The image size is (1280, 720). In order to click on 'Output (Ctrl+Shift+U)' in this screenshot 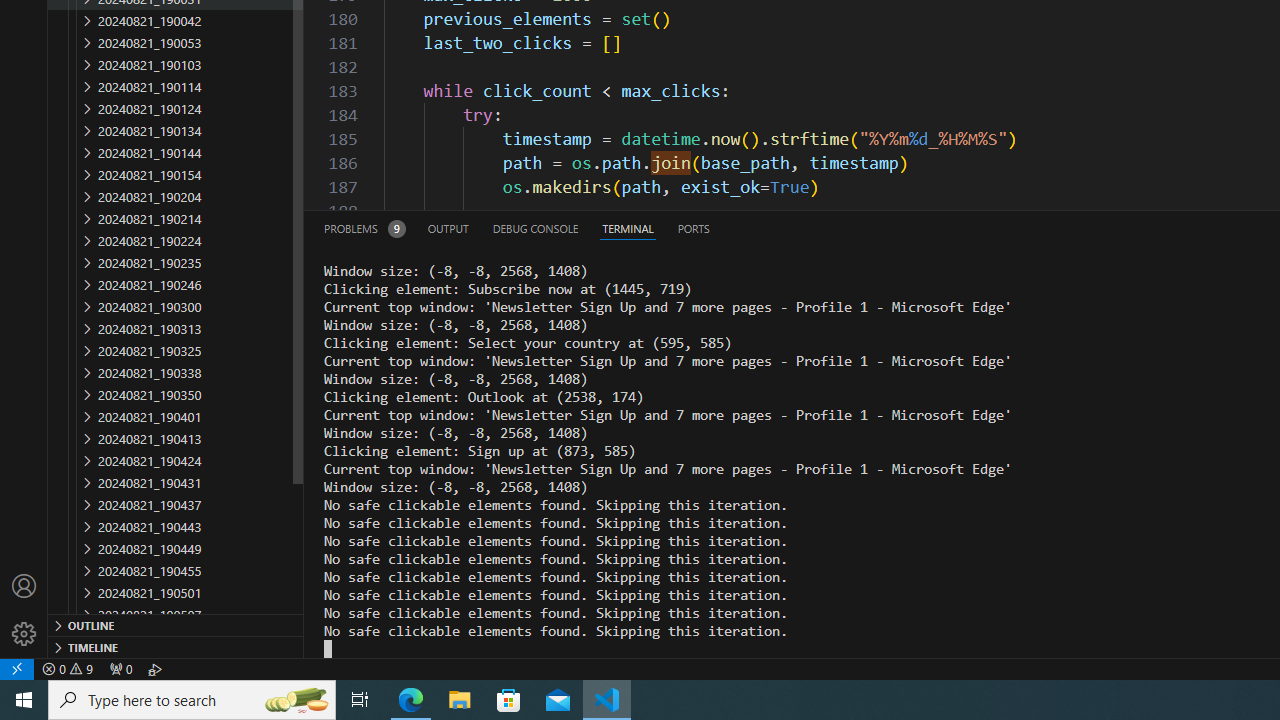, I will do `click(447, 227)`.